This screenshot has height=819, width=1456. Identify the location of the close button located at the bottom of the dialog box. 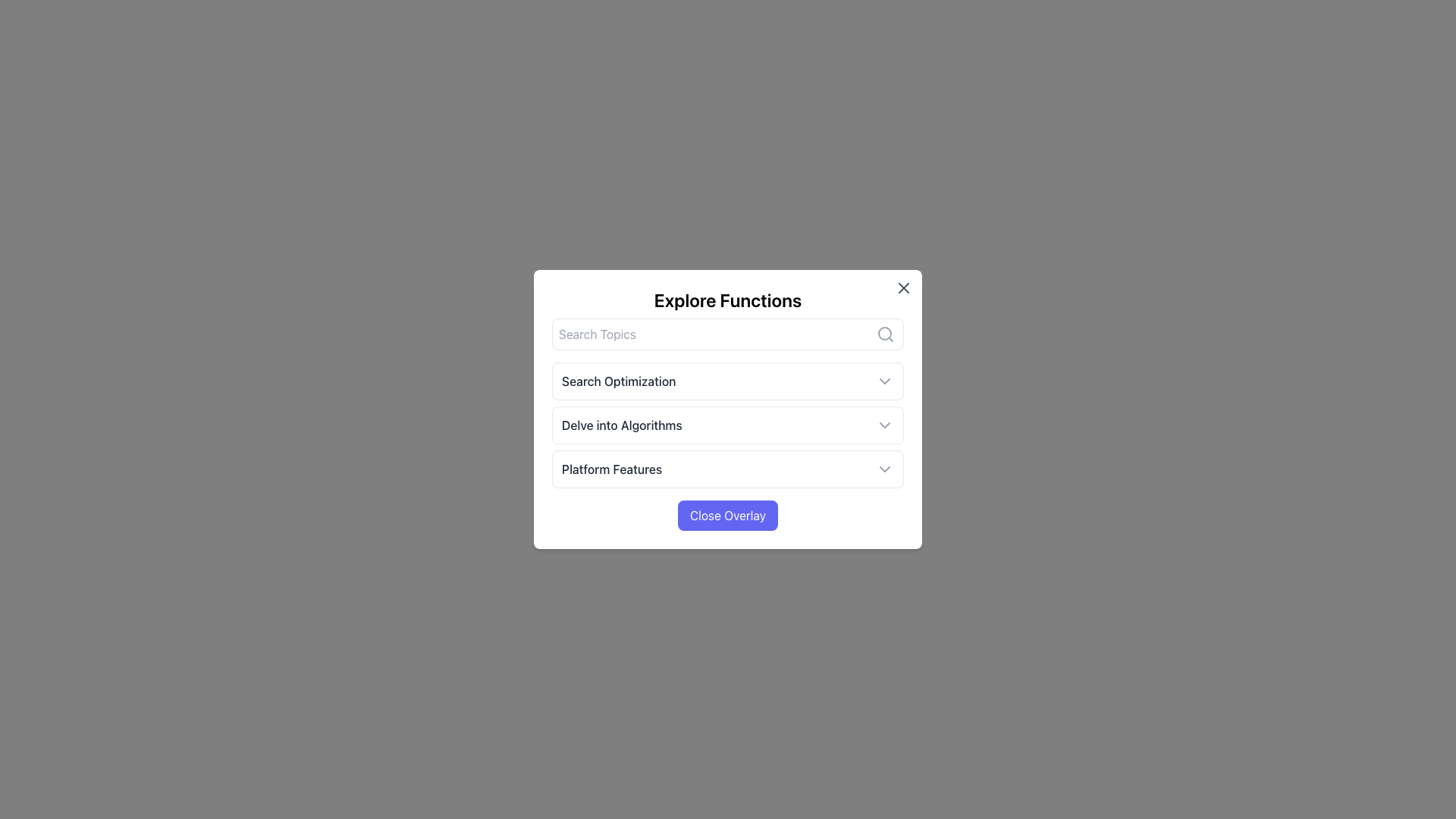
(728, 514).